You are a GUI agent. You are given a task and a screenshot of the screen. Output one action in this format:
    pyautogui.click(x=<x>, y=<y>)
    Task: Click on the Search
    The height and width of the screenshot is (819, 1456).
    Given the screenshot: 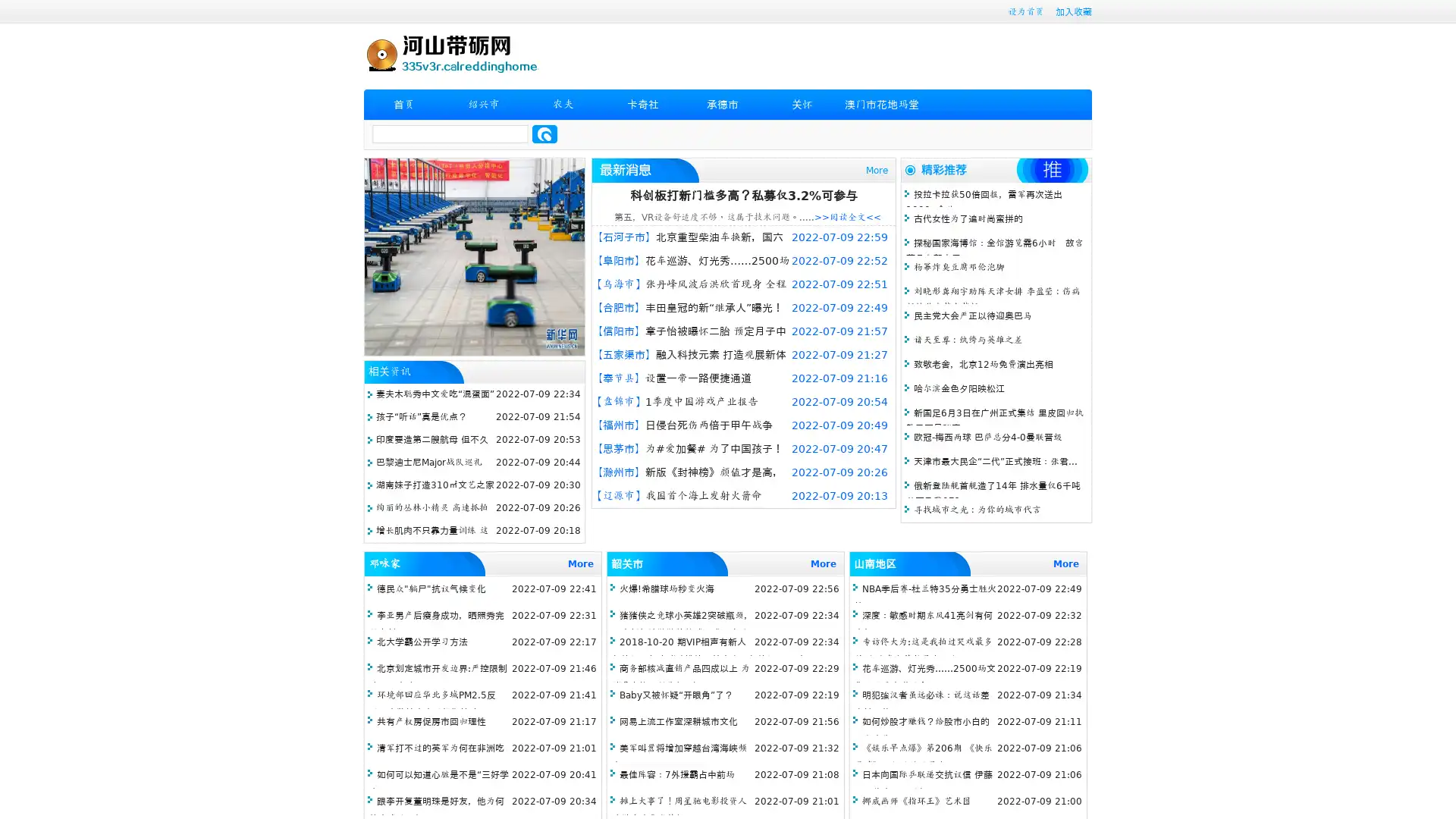 What is the action you would take?
    pyautogui.click(x=544, y=133)
    